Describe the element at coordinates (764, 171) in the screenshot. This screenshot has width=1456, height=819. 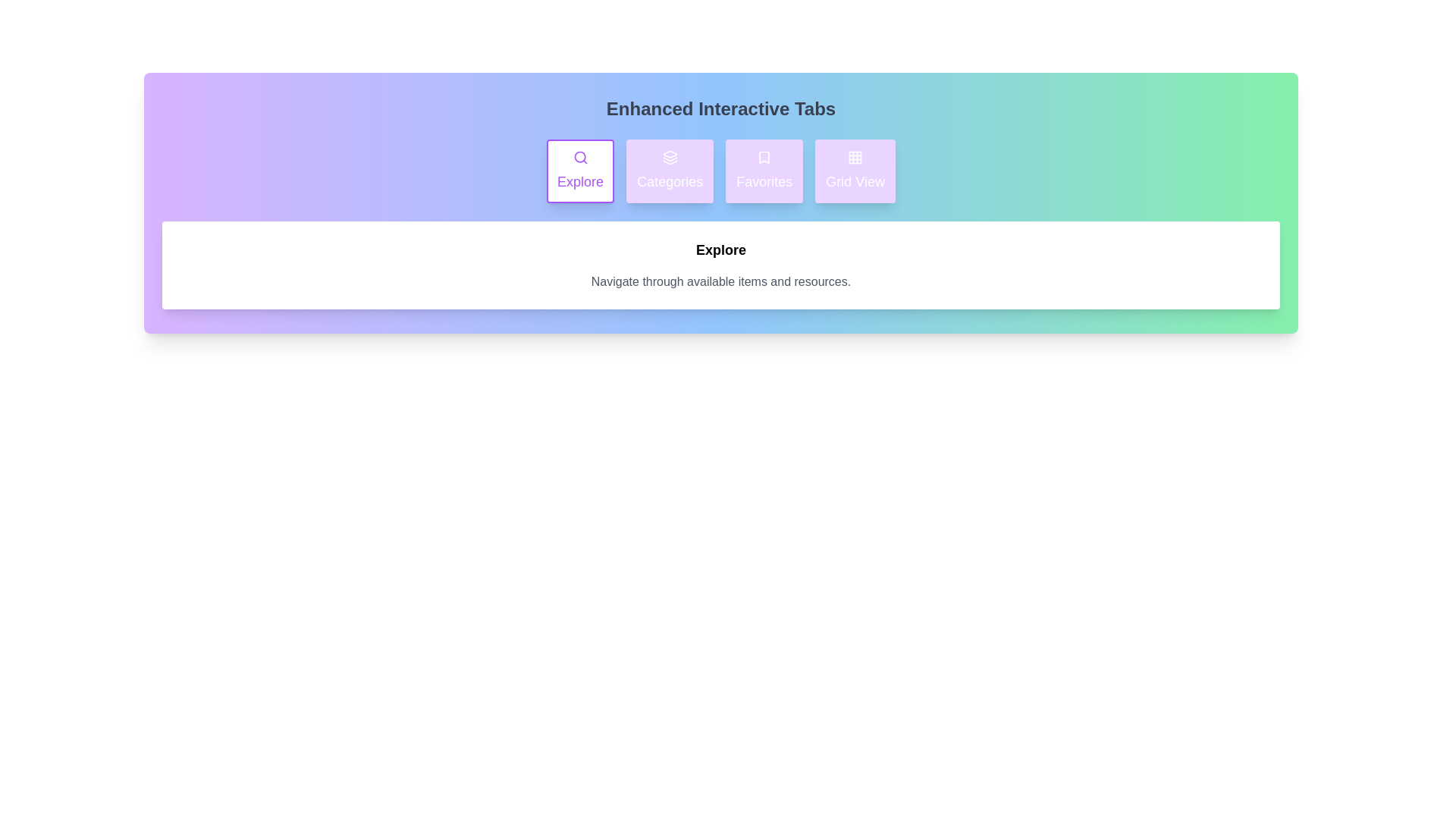
I see `the tab labeled Favorites to observe the hover effect` at that location.